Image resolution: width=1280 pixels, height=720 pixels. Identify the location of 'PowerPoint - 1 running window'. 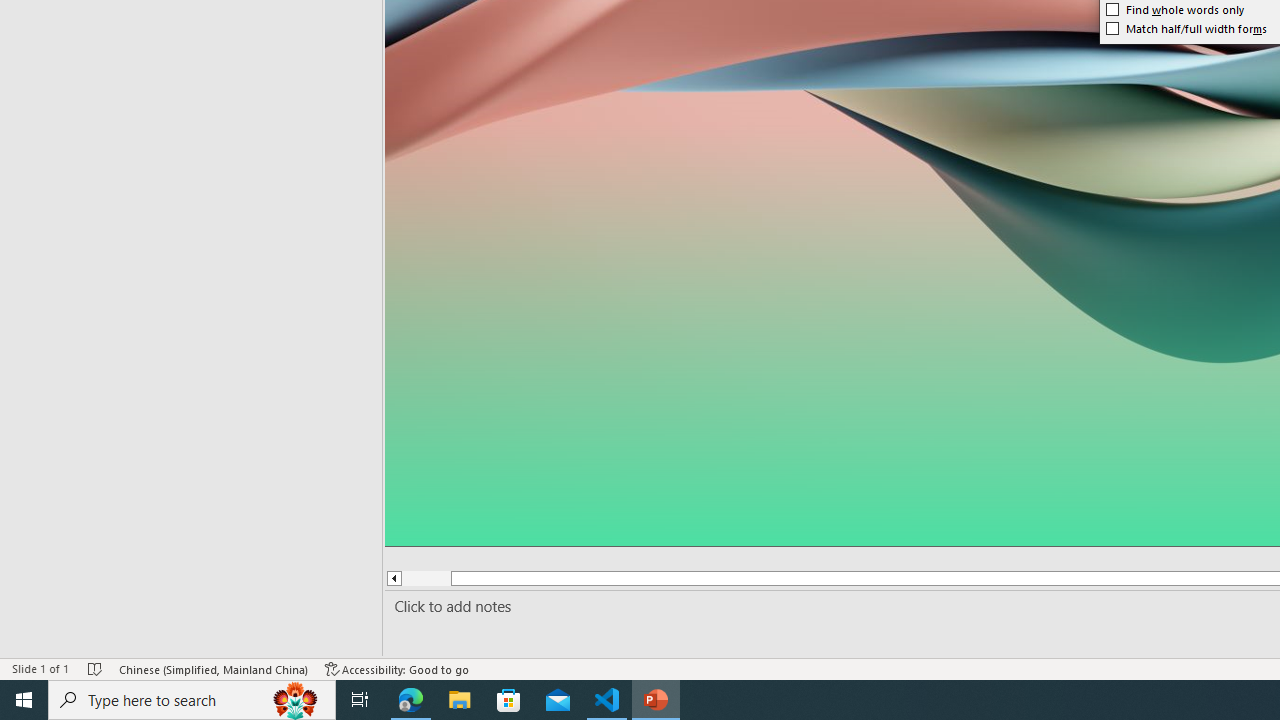
(656, 698).